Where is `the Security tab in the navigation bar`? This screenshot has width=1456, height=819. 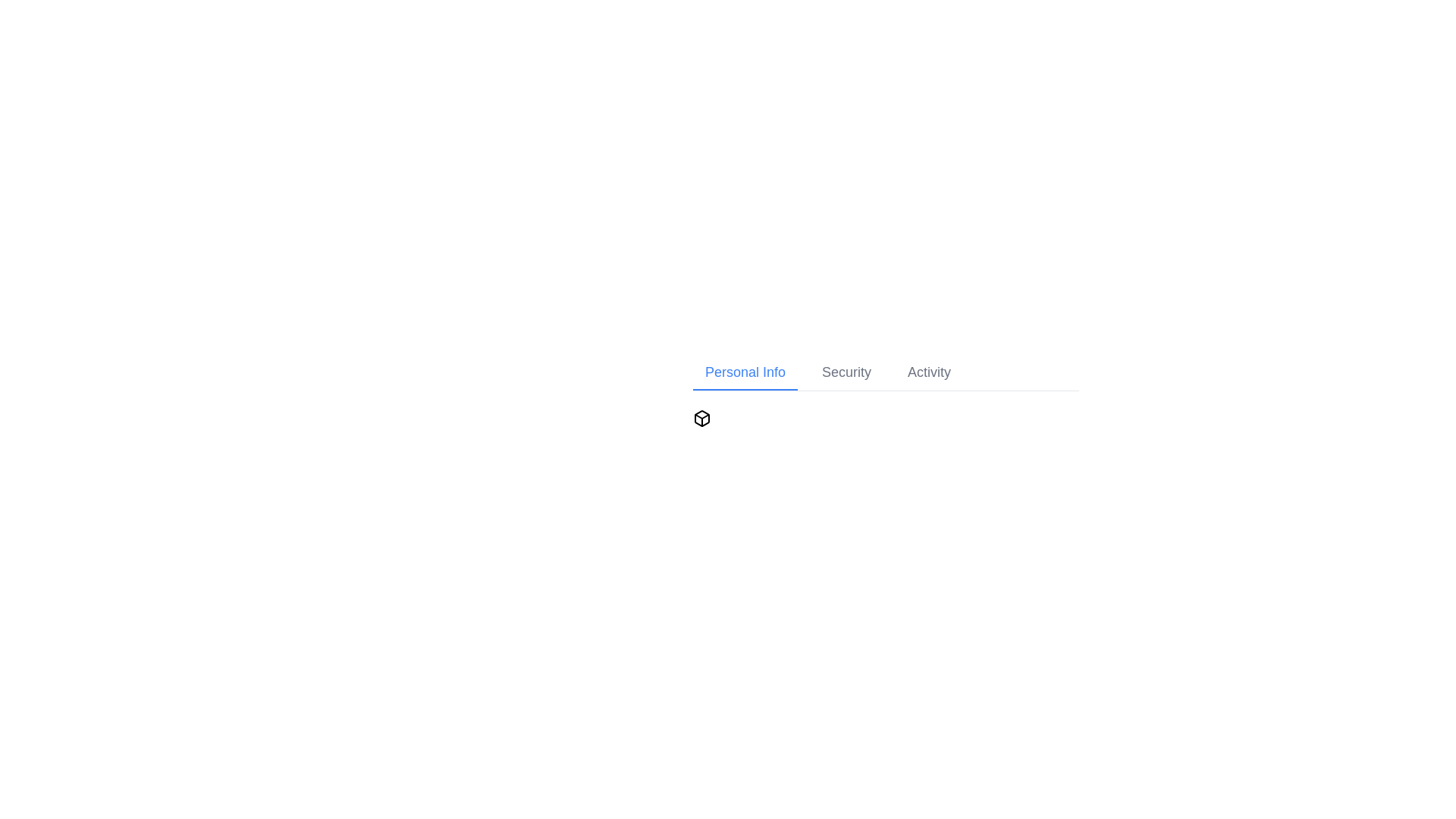 the Security tab in the navigation bar is located at coordinates (846, 373).